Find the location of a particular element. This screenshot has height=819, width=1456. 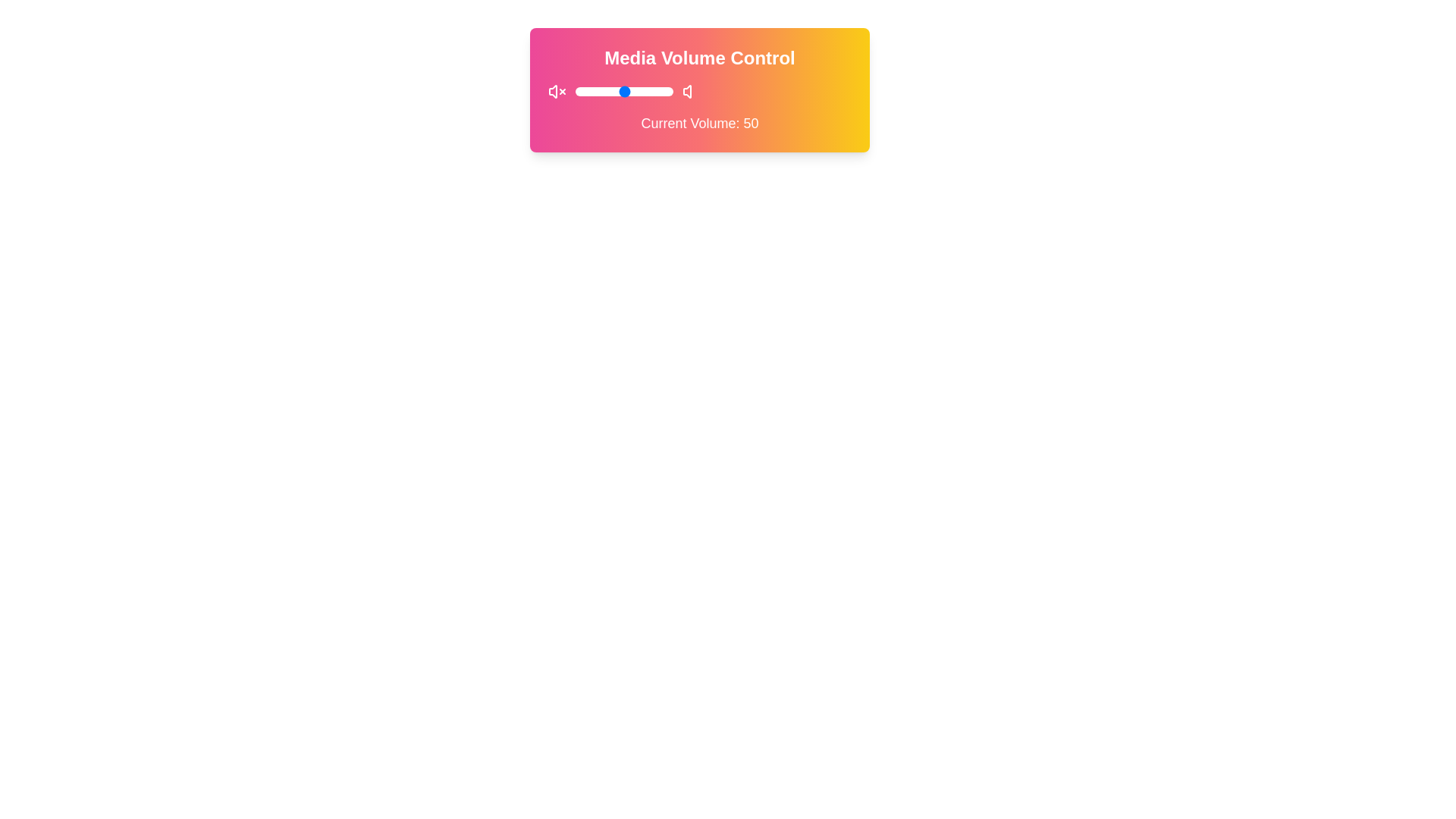

the volume to 93 by sliding the control is located at coordinates (666, 91).